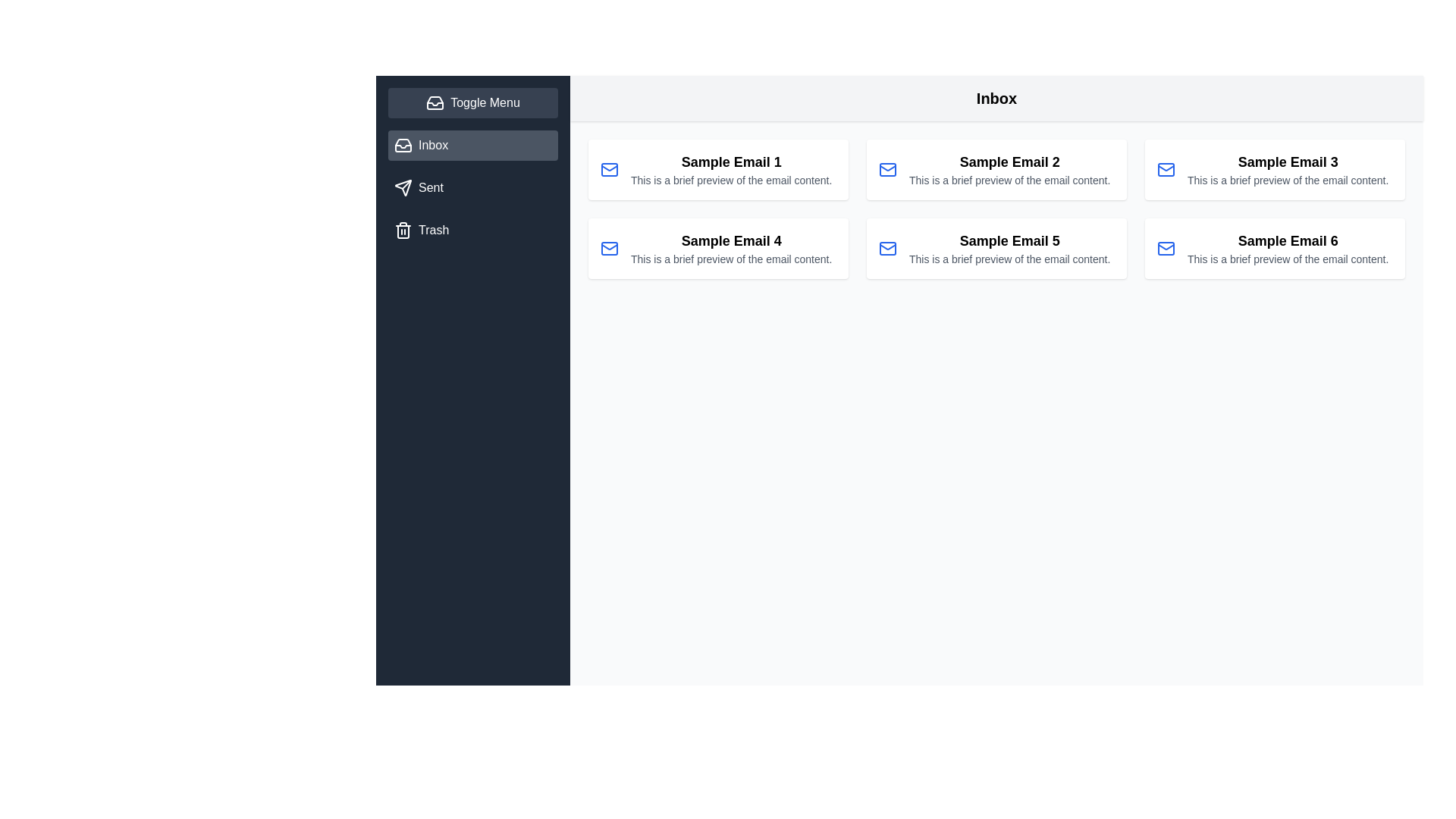  I want to click on the inbox tray icon located within the 'Toggle Menu' button at the top left of the navigation sidebar, so click(435, 102).